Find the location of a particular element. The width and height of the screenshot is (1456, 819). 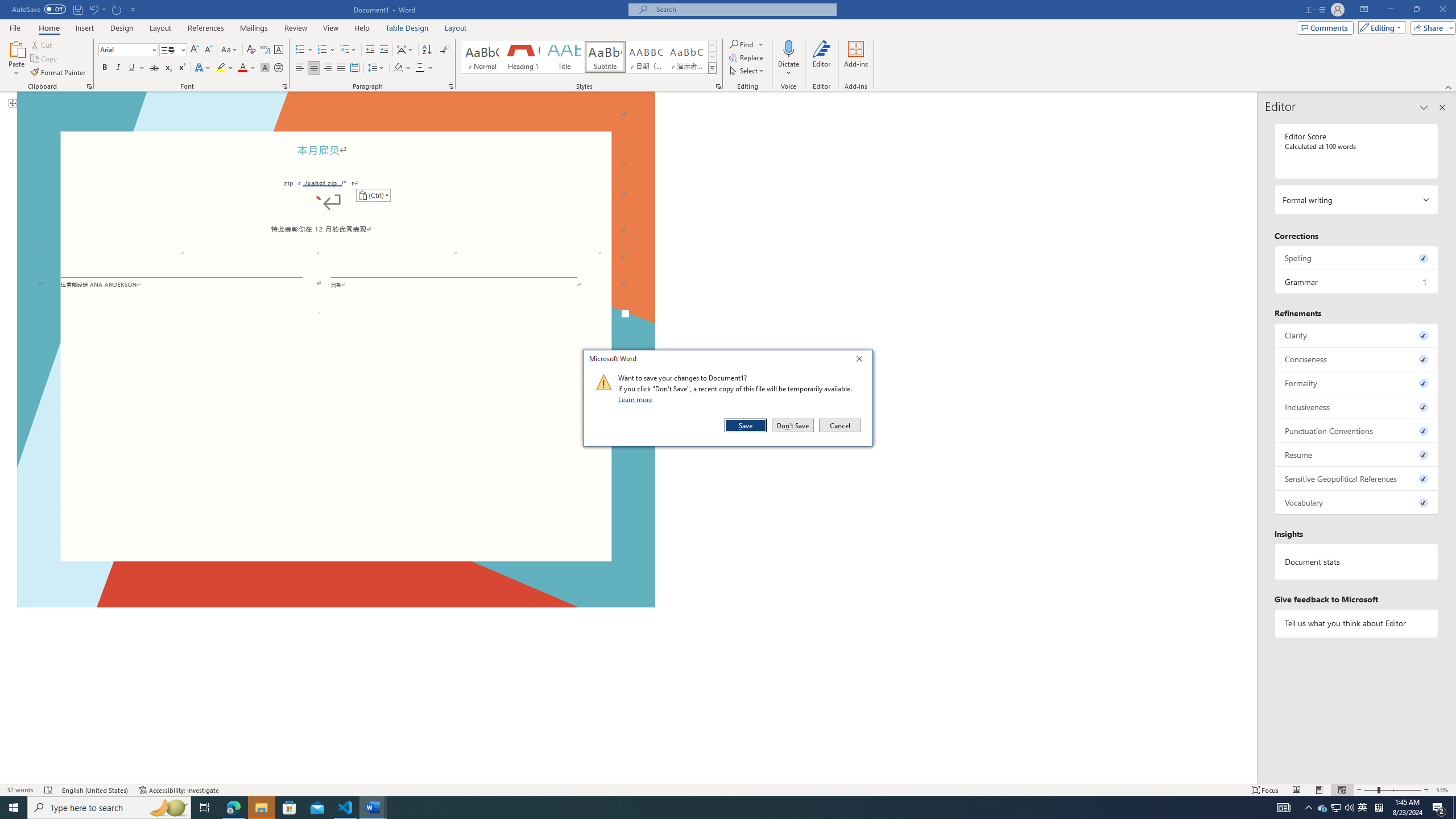

'Multilevel List' is located at coordinates (348, 49).